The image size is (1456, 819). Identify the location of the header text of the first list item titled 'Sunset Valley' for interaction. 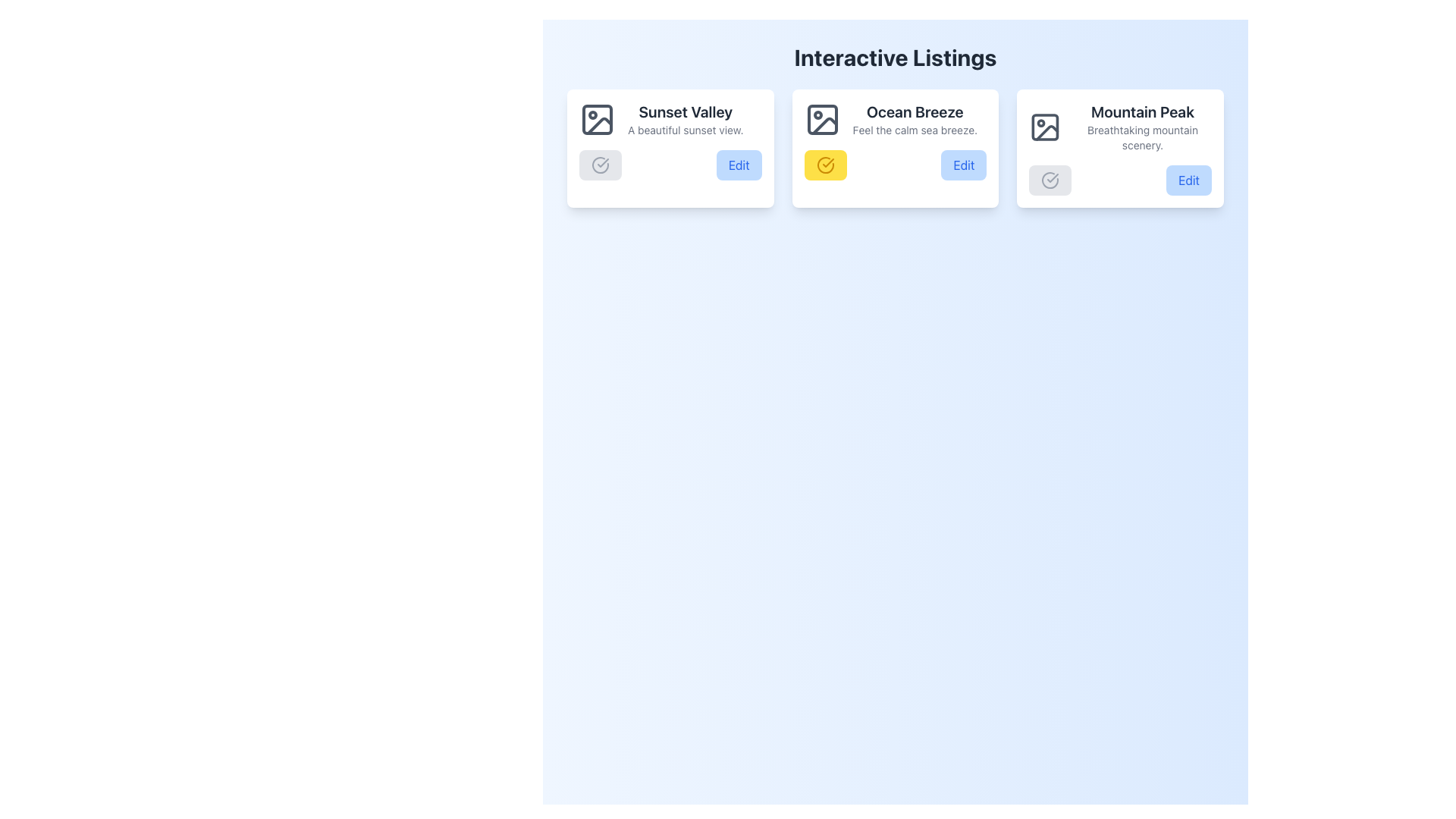
(669, 119).